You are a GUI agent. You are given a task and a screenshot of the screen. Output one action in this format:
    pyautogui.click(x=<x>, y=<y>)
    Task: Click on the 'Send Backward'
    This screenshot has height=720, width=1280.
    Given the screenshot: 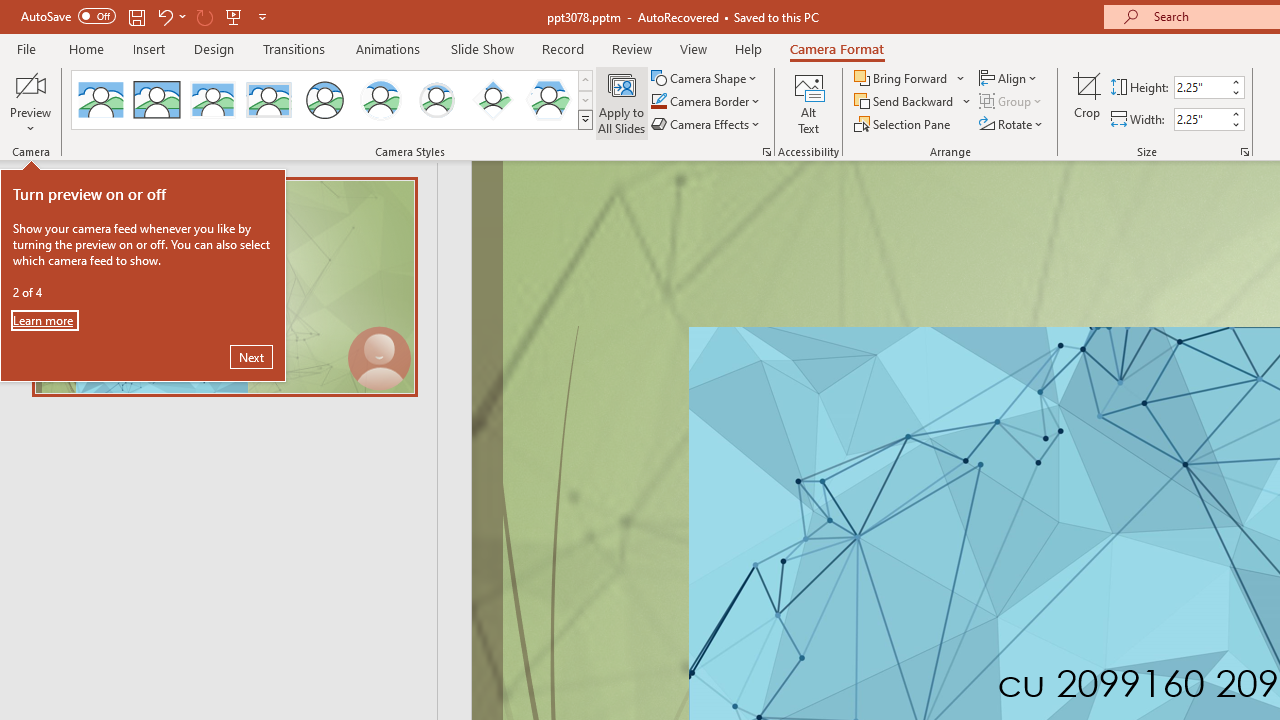 What is the action you would take?
    pyautogui.click(x=912, y=101)
    